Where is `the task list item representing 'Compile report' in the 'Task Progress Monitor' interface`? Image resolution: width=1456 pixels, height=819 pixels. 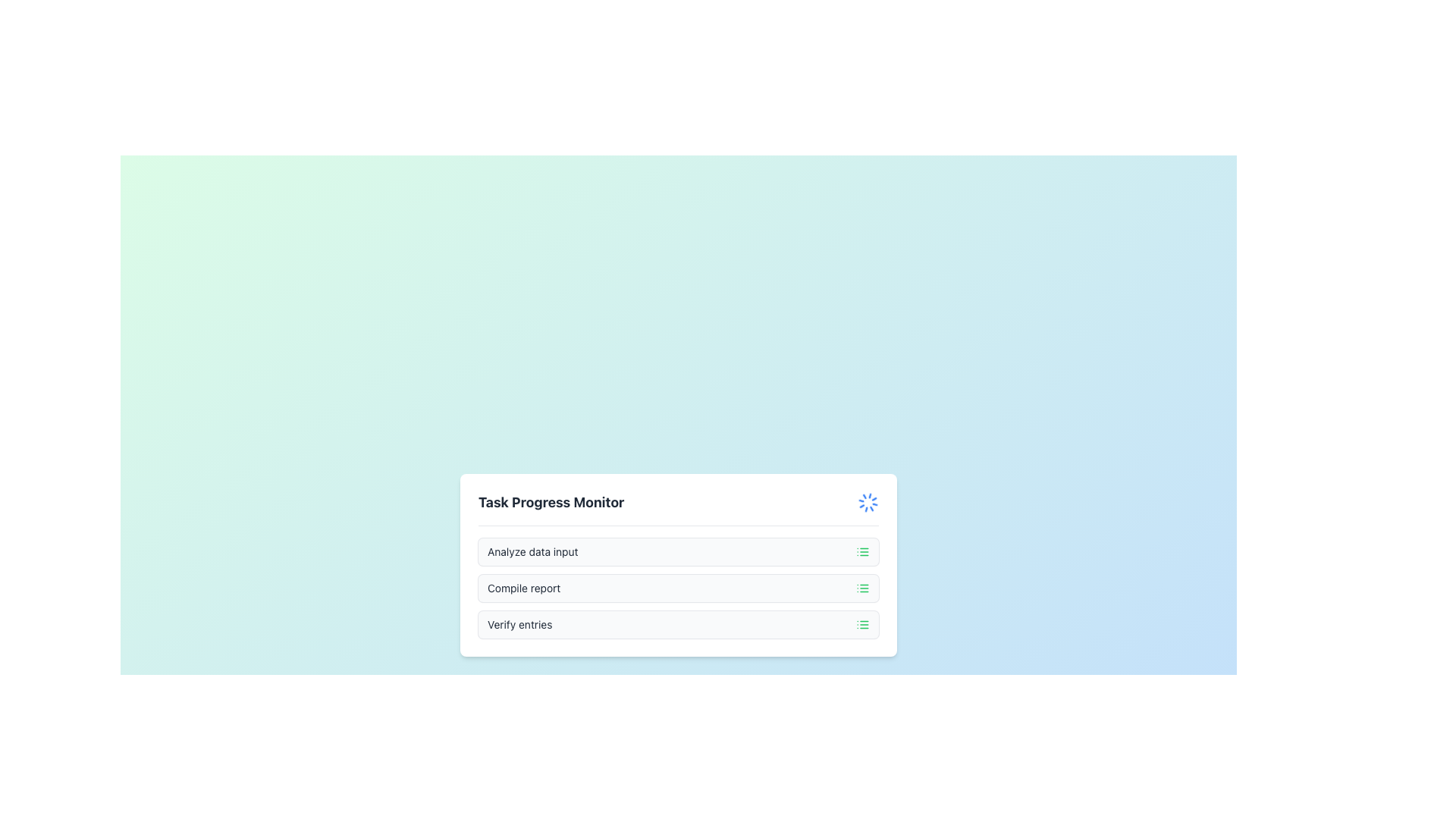 the task list item representing 'Compile report' in the 'Task Progress Monitor' interface is located at coordinates (677, 587).